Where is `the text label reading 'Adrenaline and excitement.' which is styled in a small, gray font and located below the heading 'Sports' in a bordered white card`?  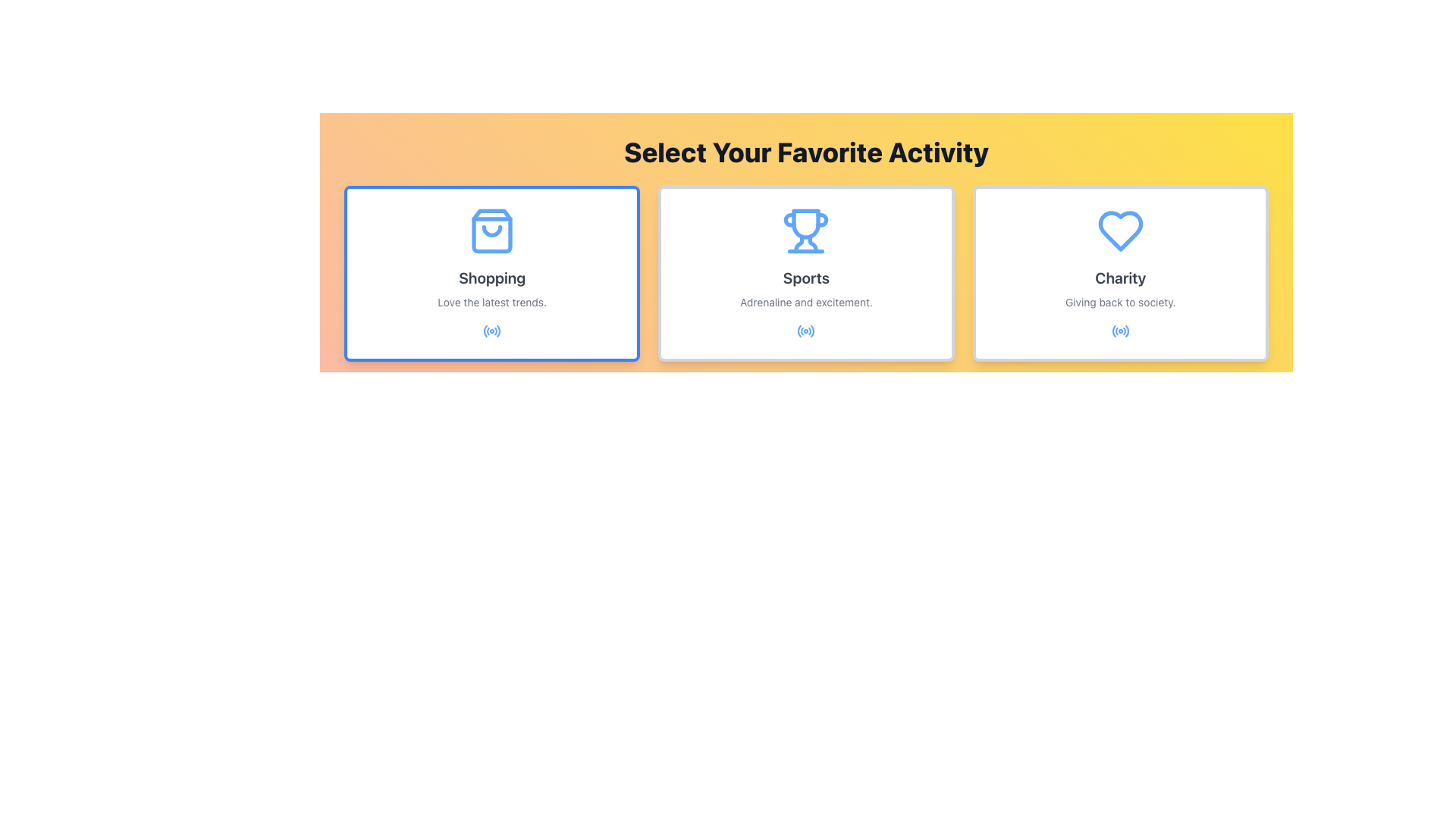 the text label reading 'Adrenaline and excitement.' which is styled in a small, gray font and located below the heading 'Sports' in a bordered white card is located at coordinates (805, 302).